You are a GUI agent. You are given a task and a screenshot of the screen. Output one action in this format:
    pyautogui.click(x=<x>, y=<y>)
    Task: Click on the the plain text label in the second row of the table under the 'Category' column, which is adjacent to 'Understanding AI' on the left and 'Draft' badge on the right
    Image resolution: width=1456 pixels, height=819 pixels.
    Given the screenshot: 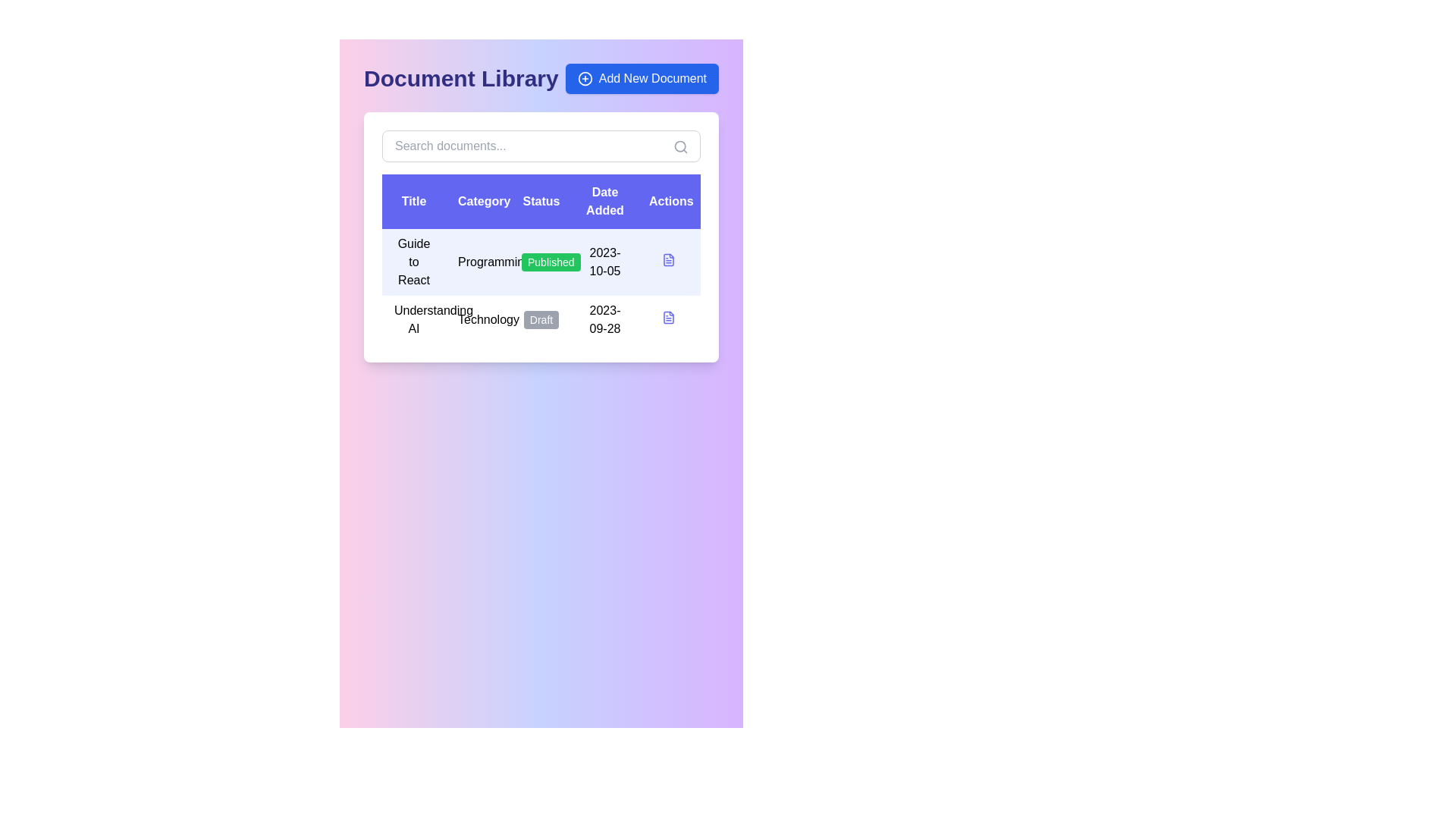 What is the action you would take?
    pyautogui.click(x=476, y=318)
    